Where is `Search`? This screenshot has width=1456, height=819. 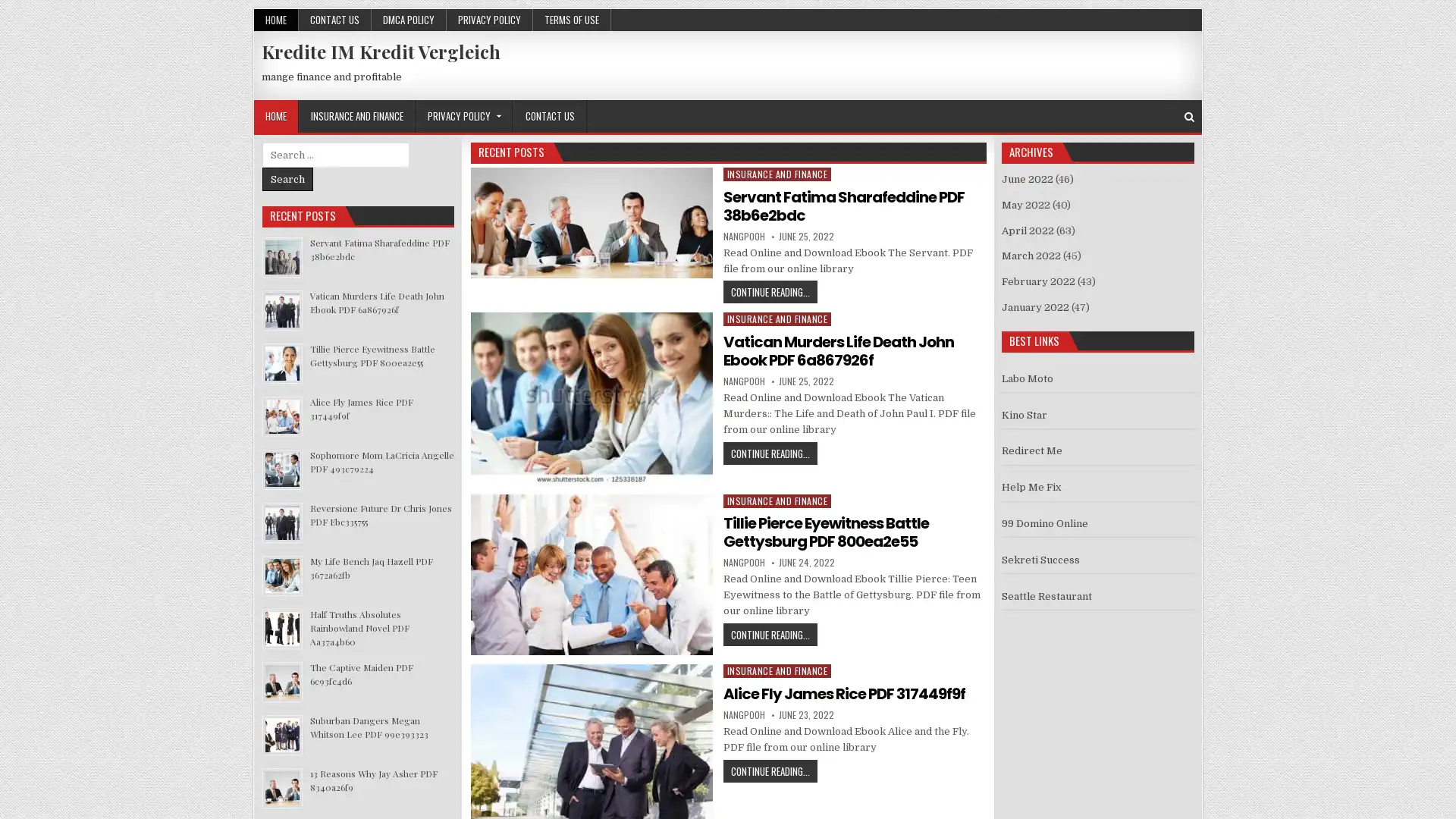
Search is located at coordinates (287, 178).